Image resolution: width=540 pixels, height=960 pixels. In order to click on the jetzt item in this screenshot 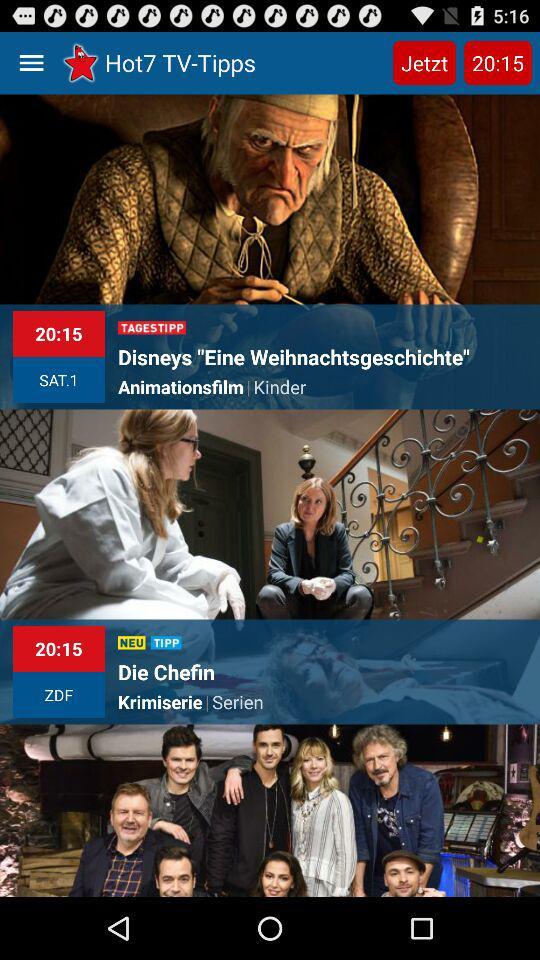, I will do `click(423, 62)`.